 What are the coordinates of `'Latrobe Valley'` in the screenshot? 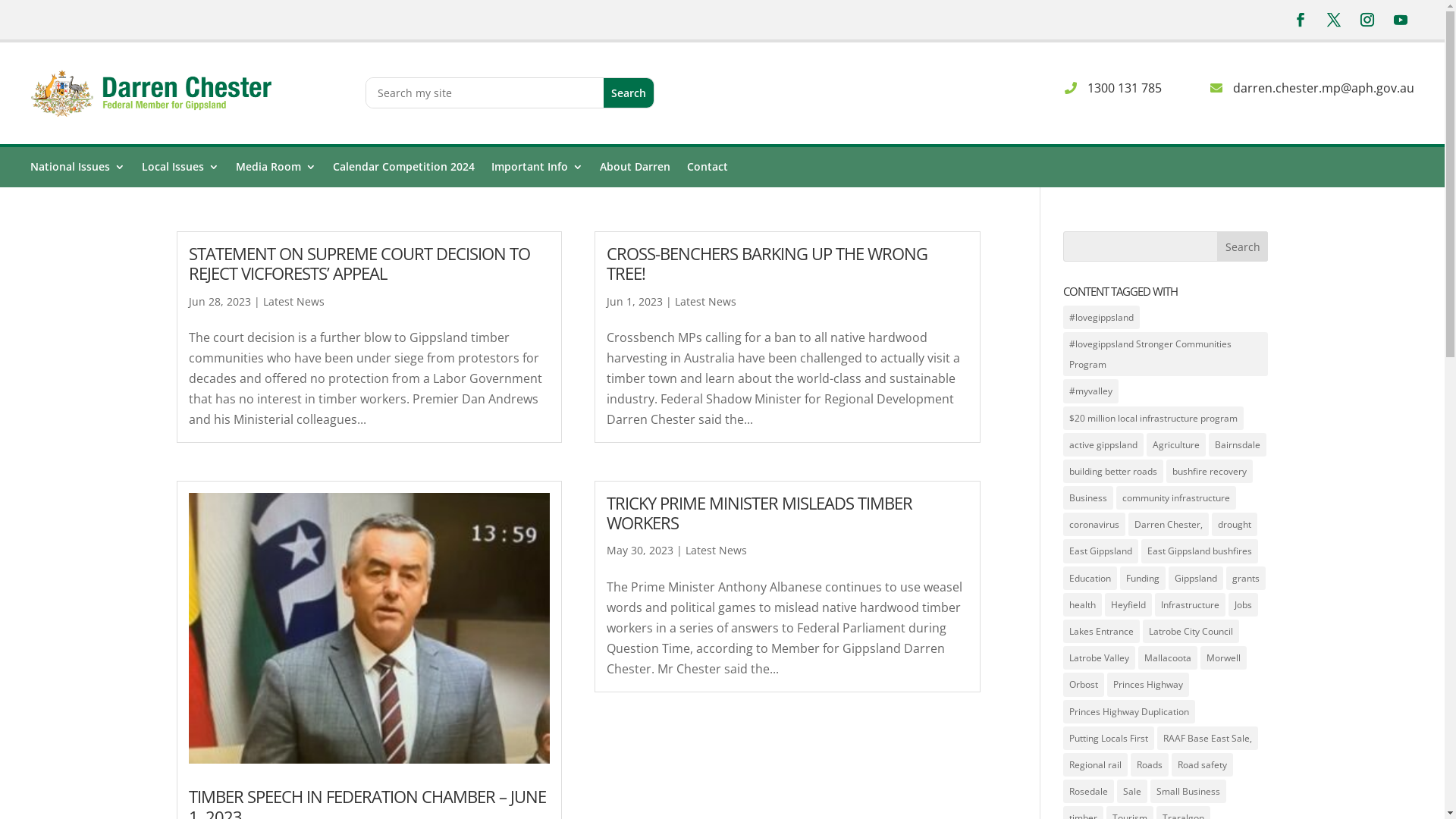 It's located at (1099, 657).